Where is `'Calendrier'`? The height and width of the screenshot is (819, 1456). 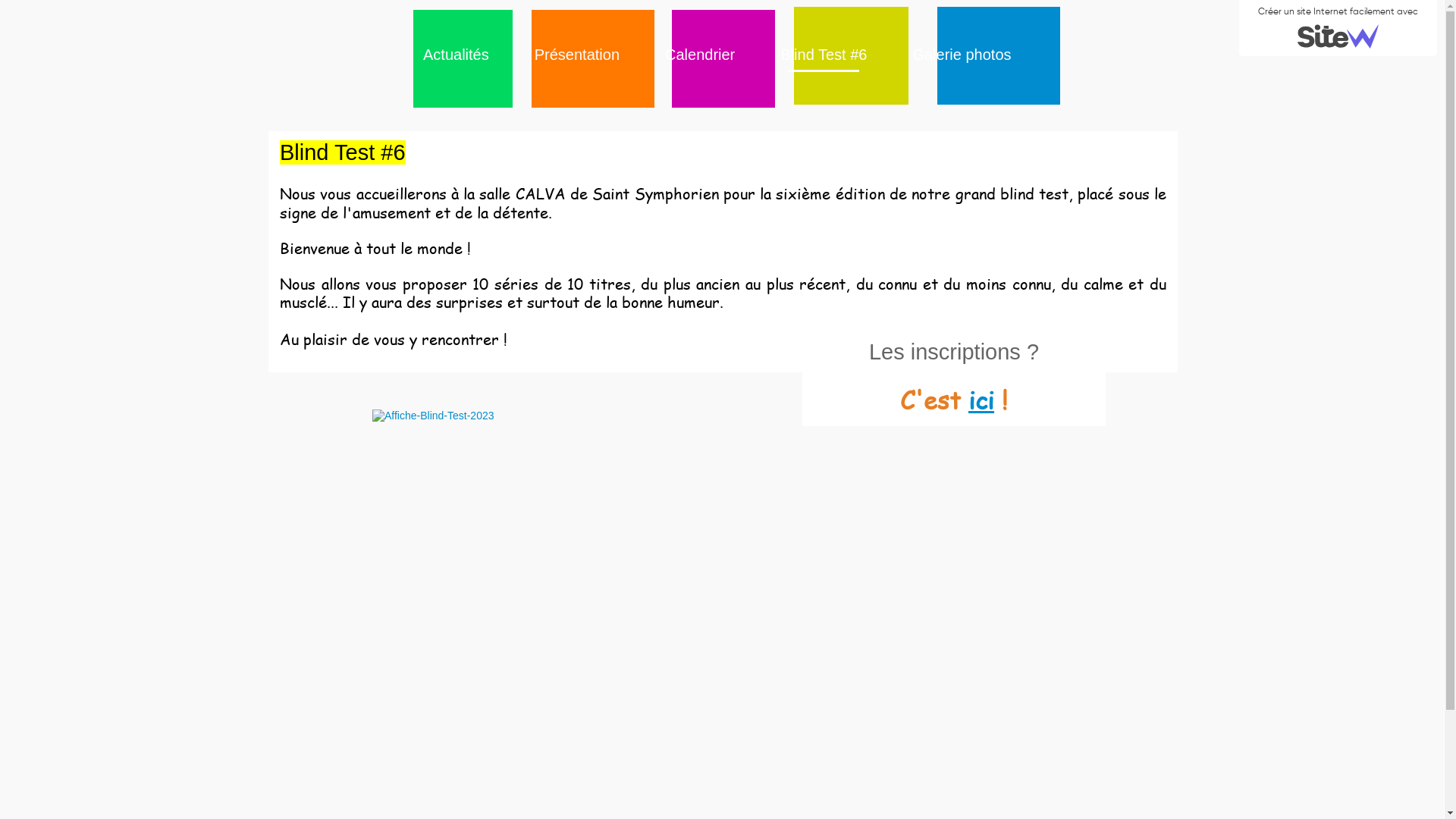
'Calendrier' is located at coordinates (657, 54).